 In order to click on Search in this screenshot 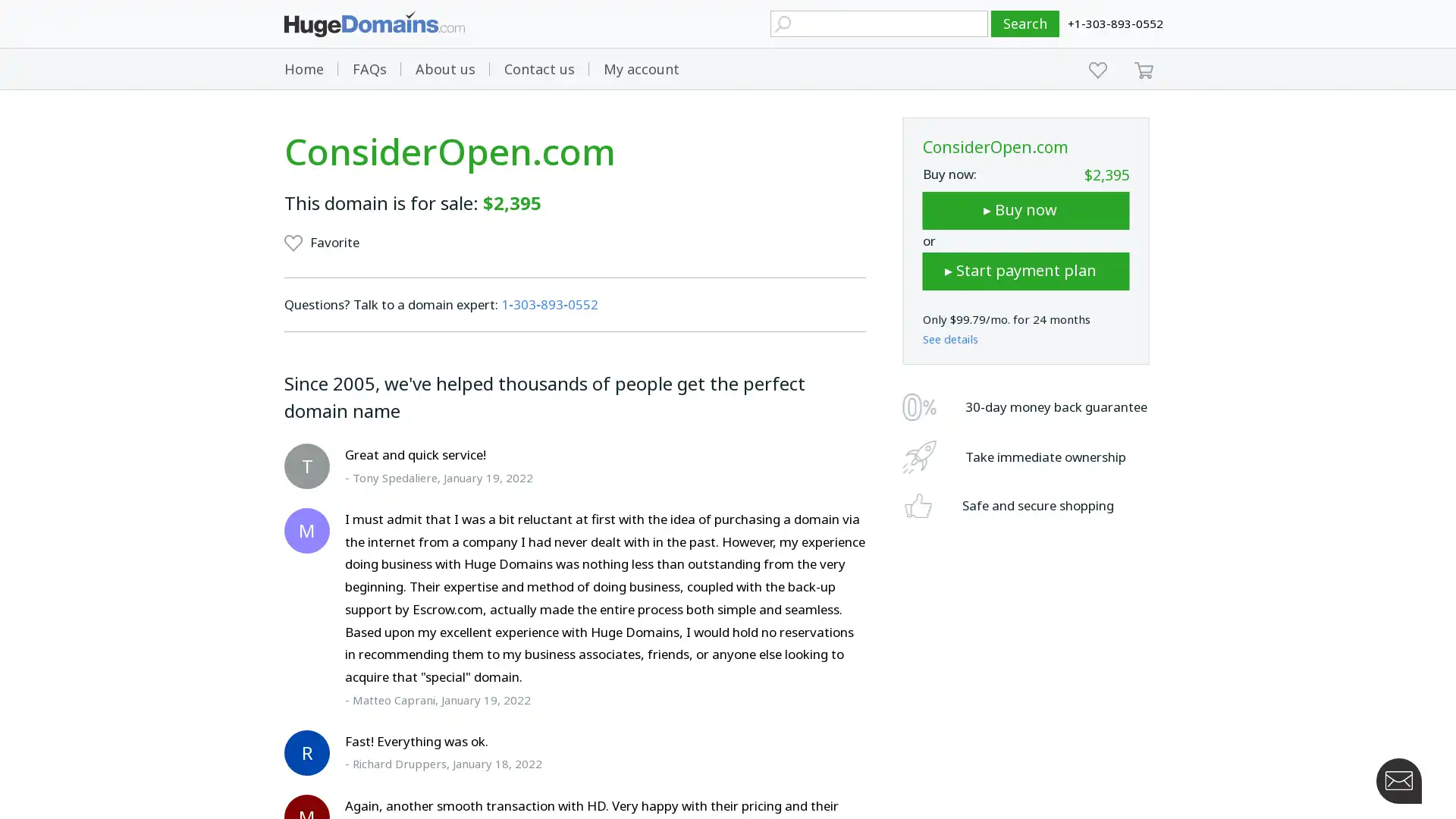, I will do `click(1025, 24)`.